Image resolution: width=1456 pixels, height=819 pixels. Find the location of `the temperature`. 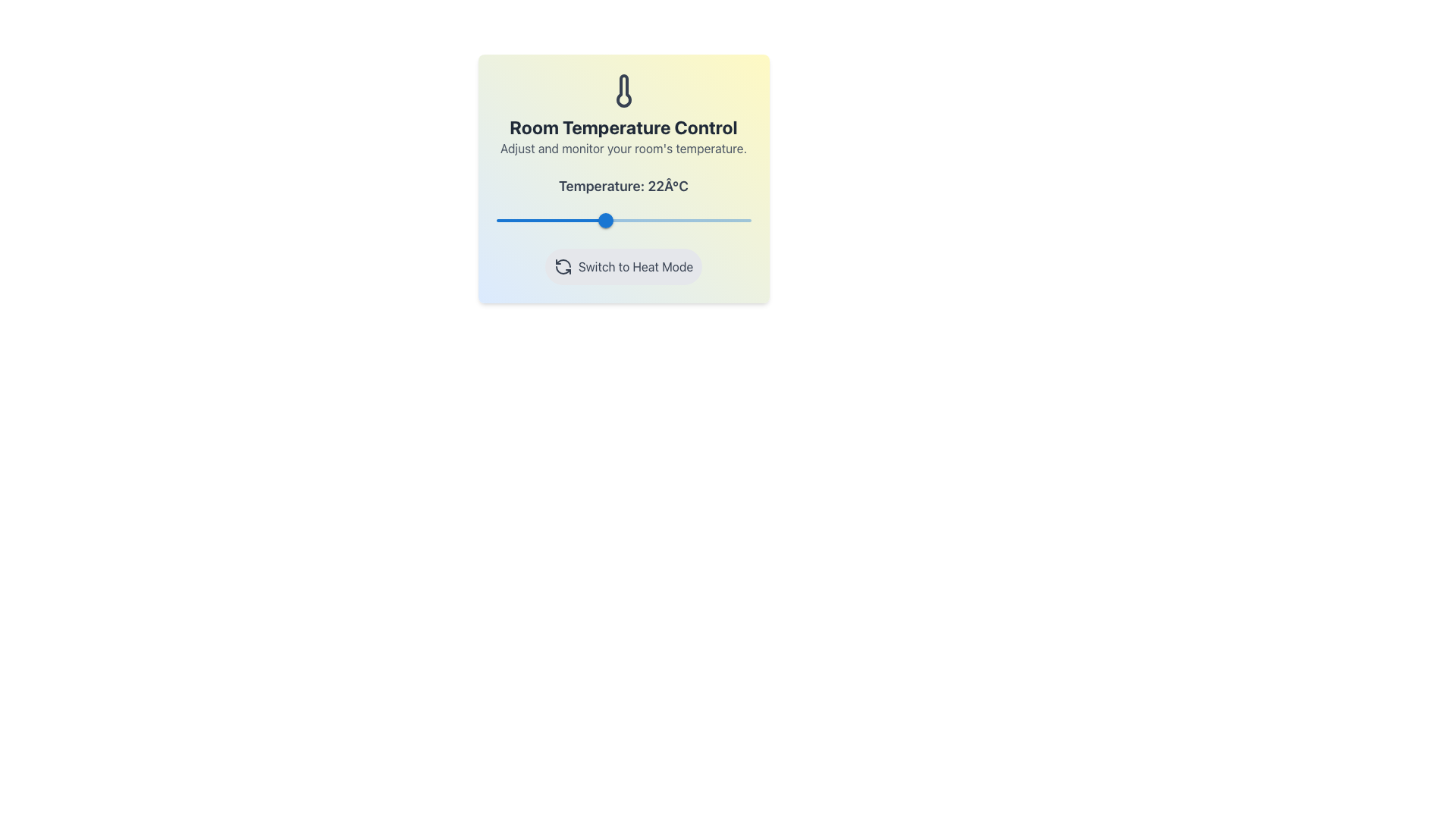

the temperature is located at coordinates (732, 220).